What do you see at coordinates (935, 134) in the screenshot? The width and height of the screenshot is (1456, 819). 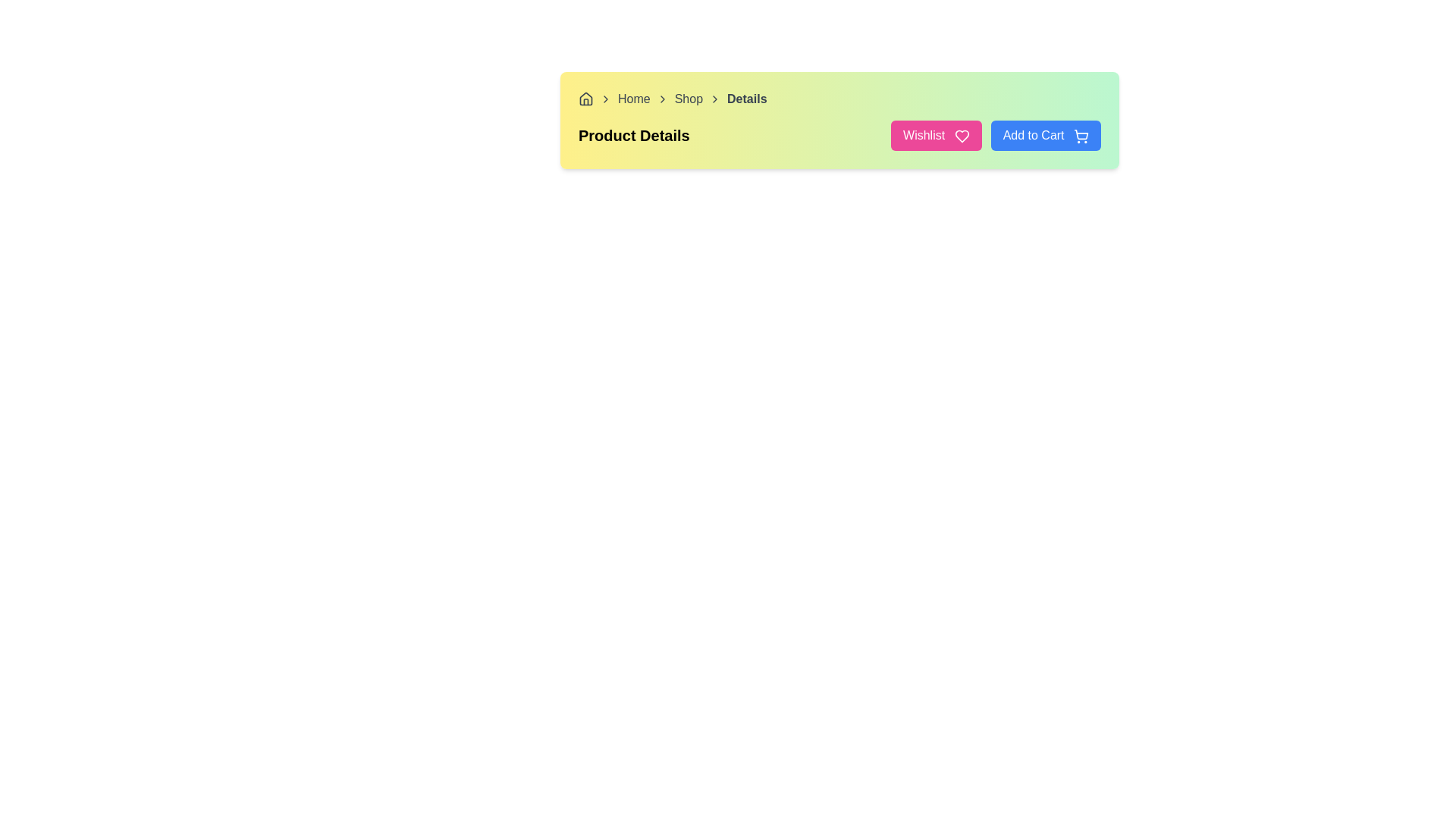 I see `the 'Wishlist' button` at bounding box center [935, 134].